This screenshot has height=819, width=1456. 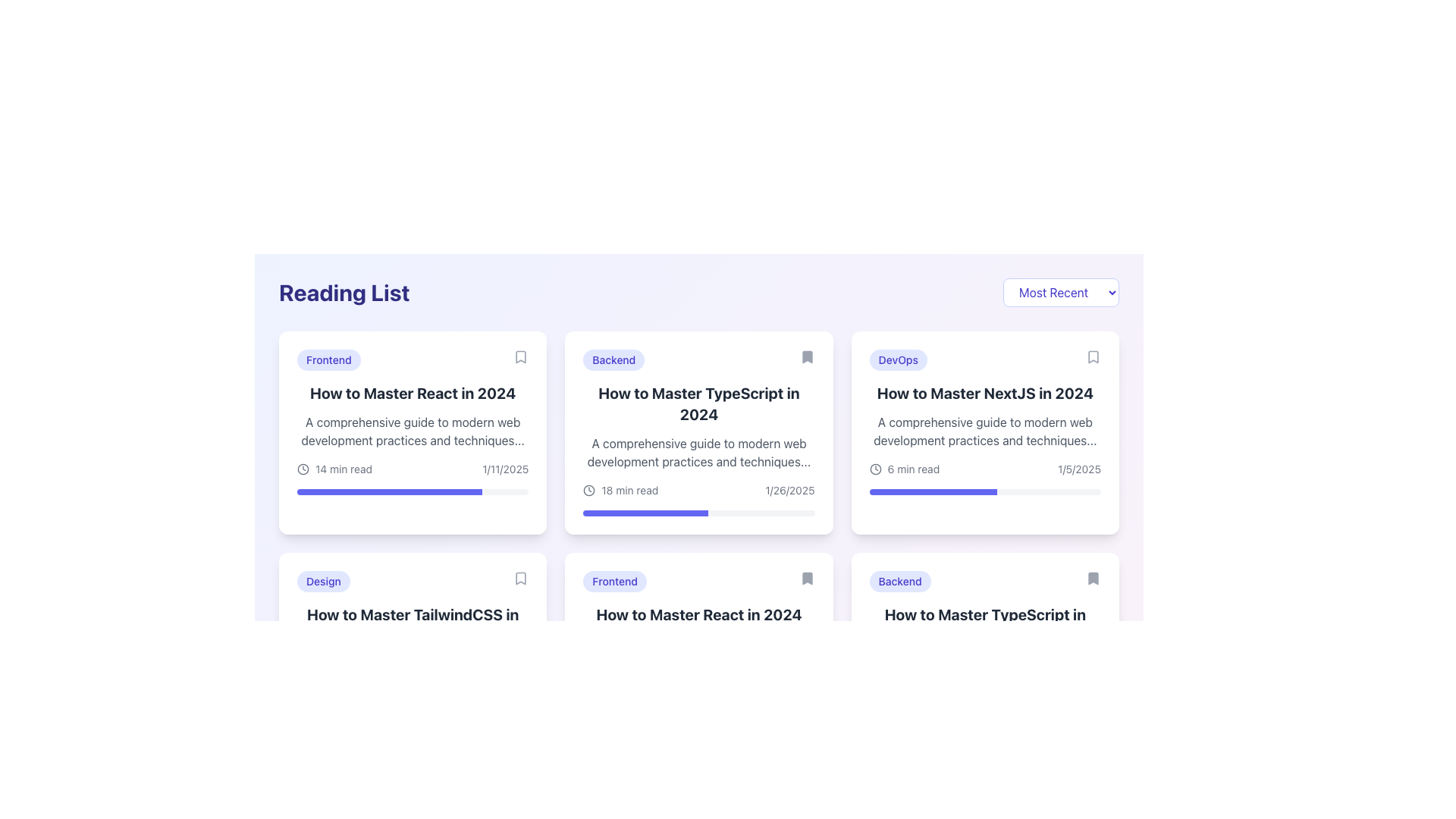 What do you see at coordinates (303, 468) in the screenshot?
I see `the decorative icon that represents the estimated reading time for the card titled 'How to Master React in 2024', located in the bottom-left corner of the card` at bounding box center [303, 468].